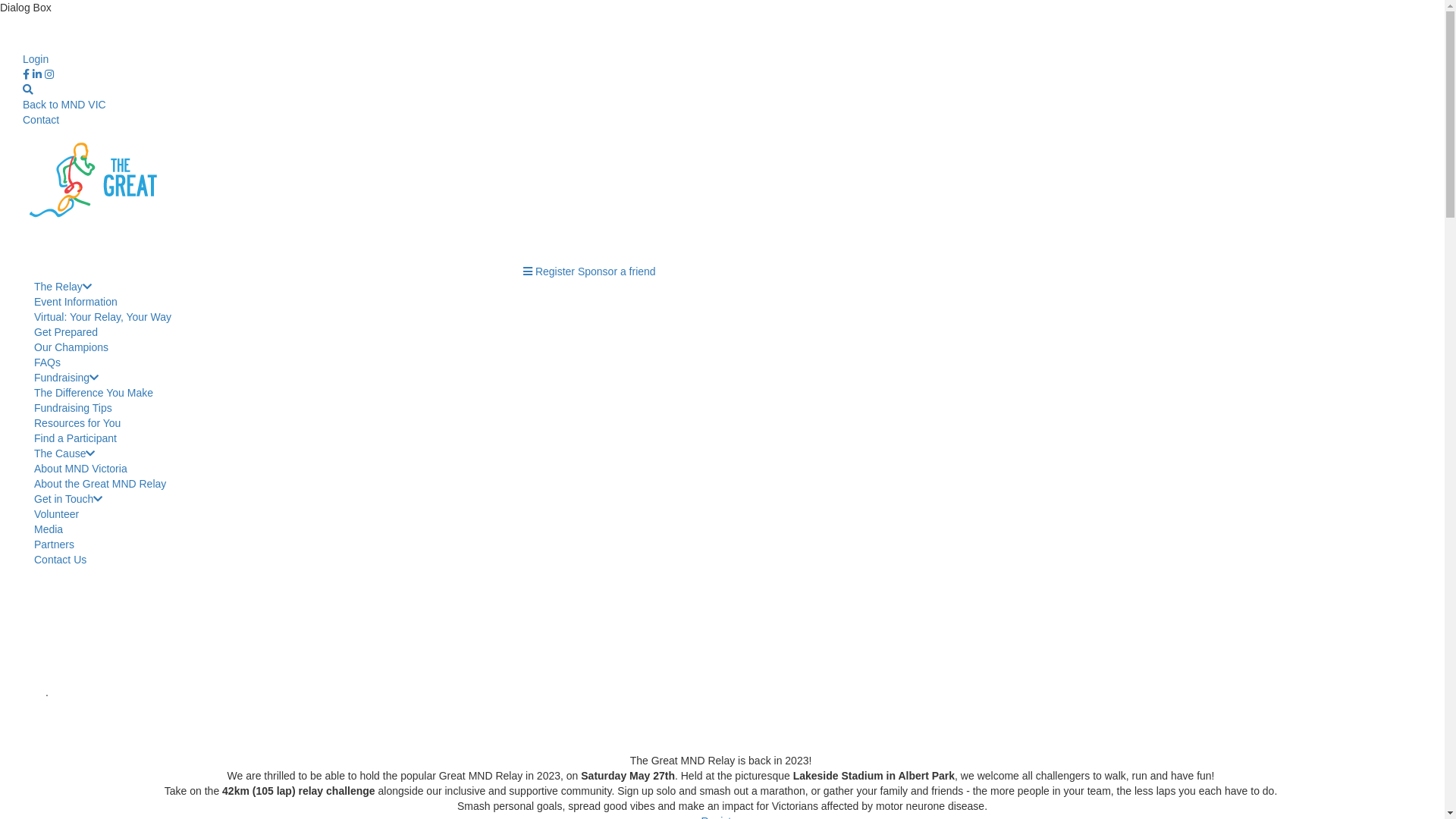 This screenshot has width=1456, height=819. What do you see at coordinates (76, 423) in the screenshot?
I see `'Resources for You'` at bounding box center [76, 423].